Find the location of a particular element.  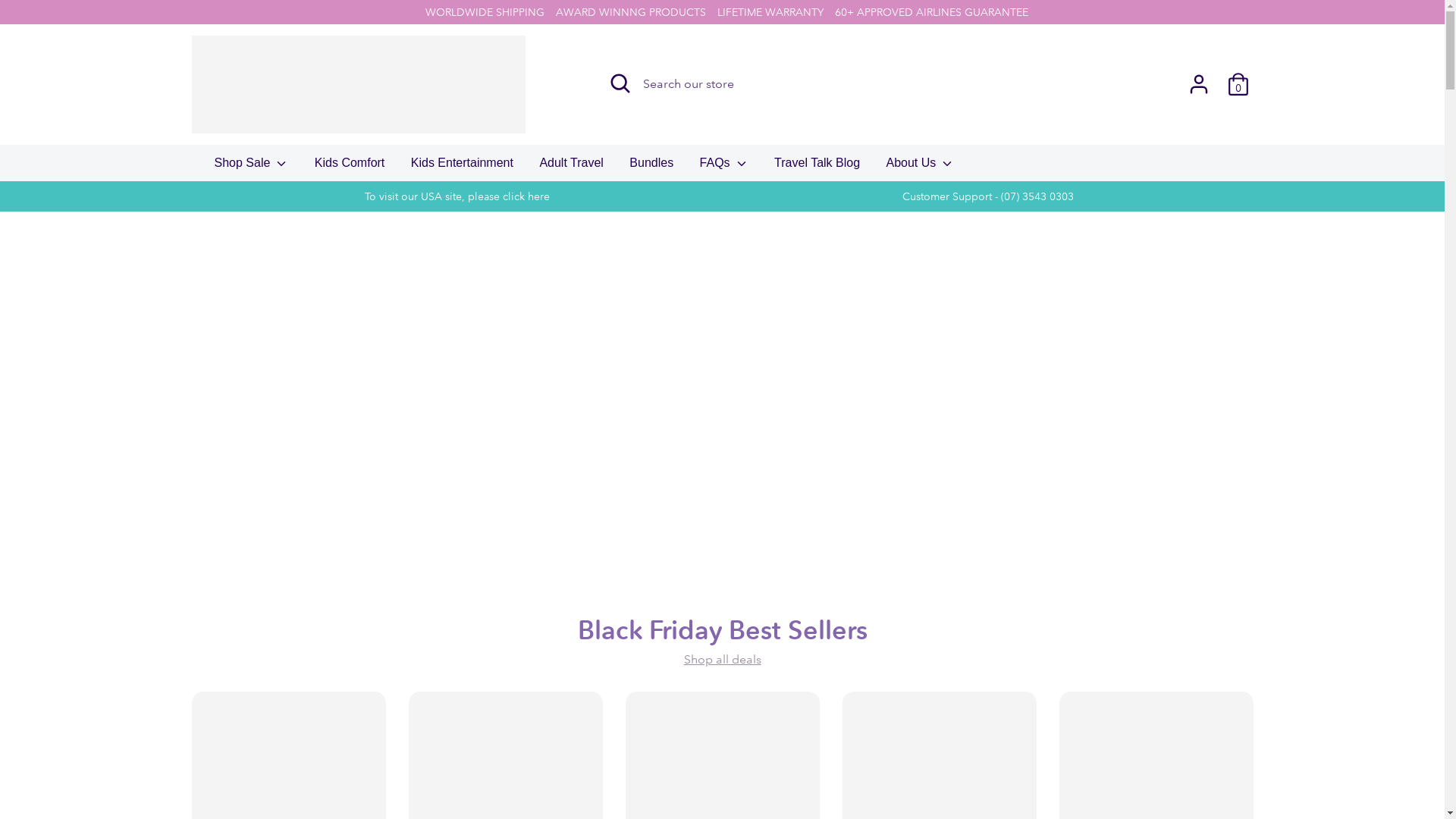

'Shop Sale' is located at coordinates (202, 167).